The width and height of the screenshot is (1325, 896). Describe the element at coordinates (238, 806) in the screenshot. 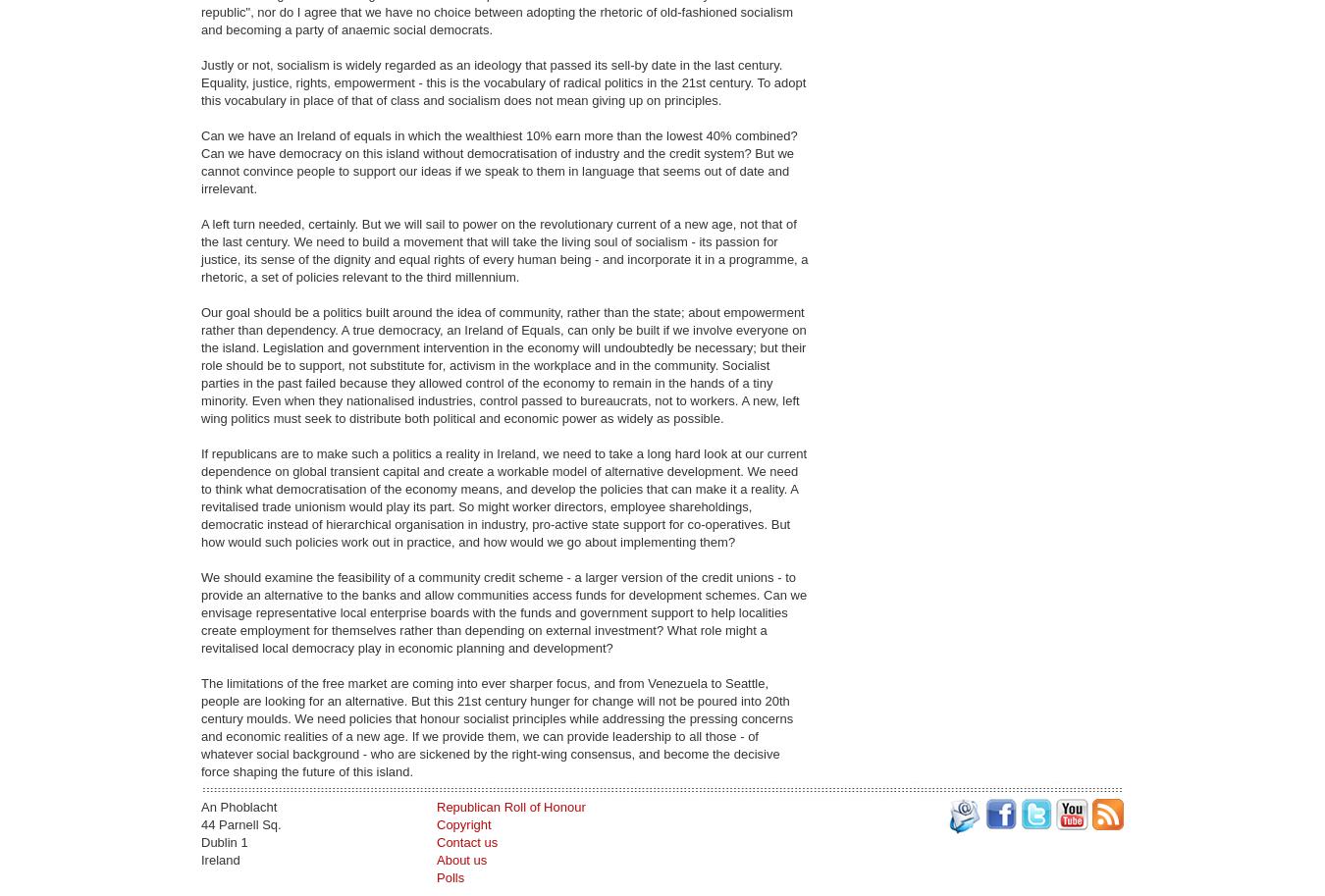

I see `'An Phoblacht'` at that location.